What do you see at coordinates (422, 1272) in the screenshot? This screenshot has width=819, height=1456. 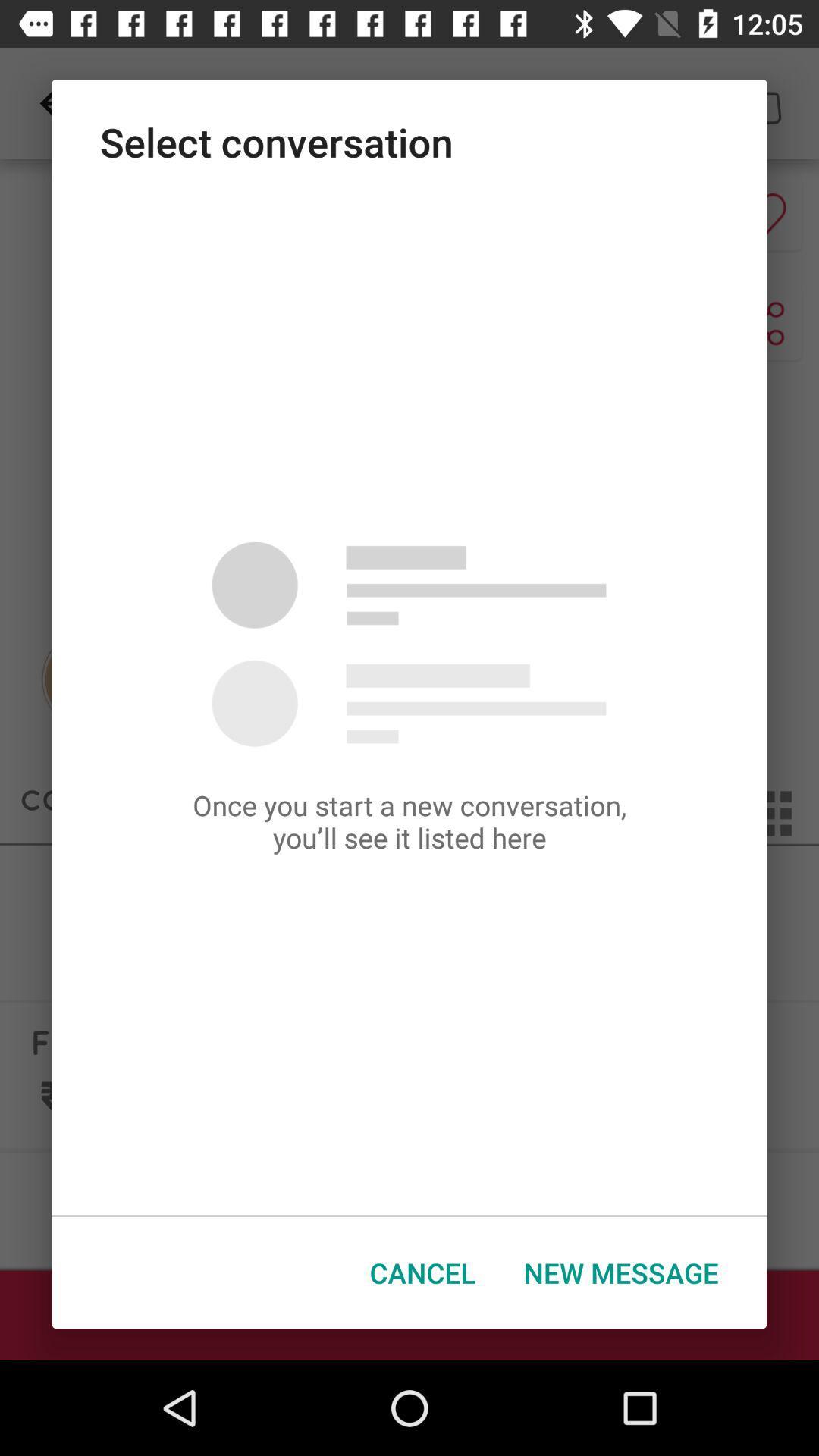 I see `the icon to the left of new message icon` at bounding box center [422, 1272].